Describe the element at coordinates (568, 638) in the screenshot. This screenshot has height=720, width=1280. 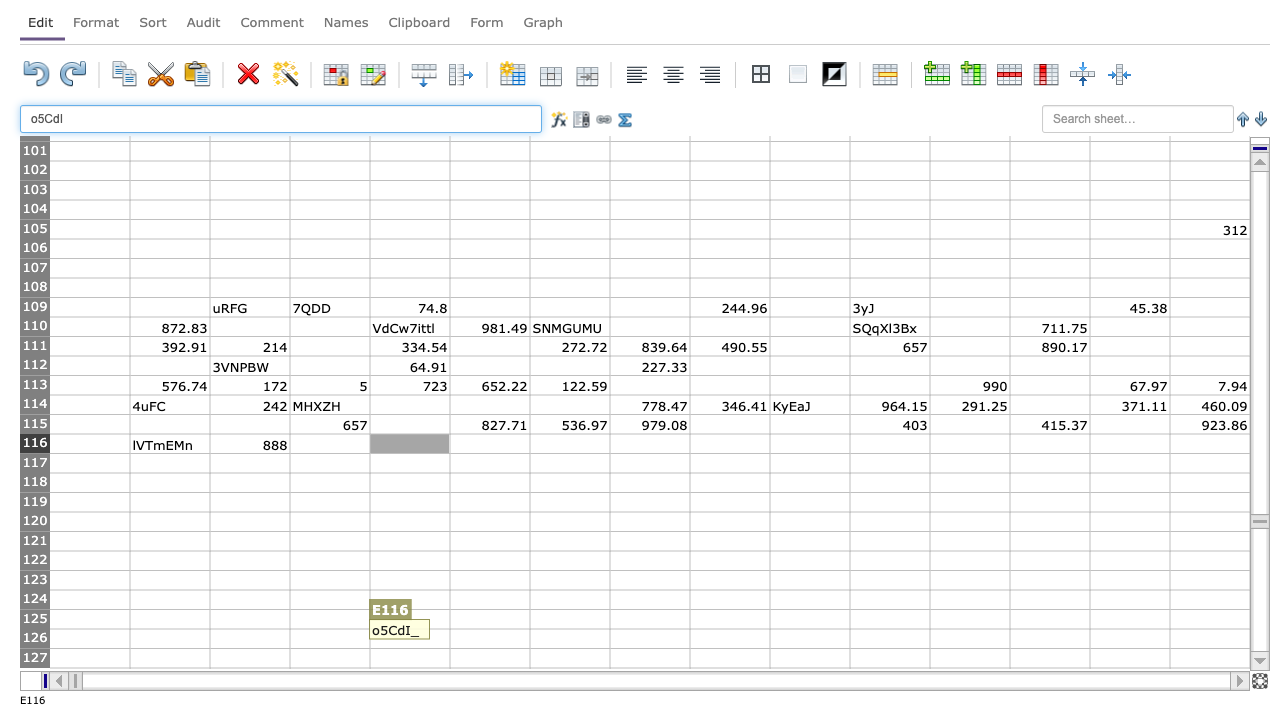
I see `Col: G, Row: 126` at that location.